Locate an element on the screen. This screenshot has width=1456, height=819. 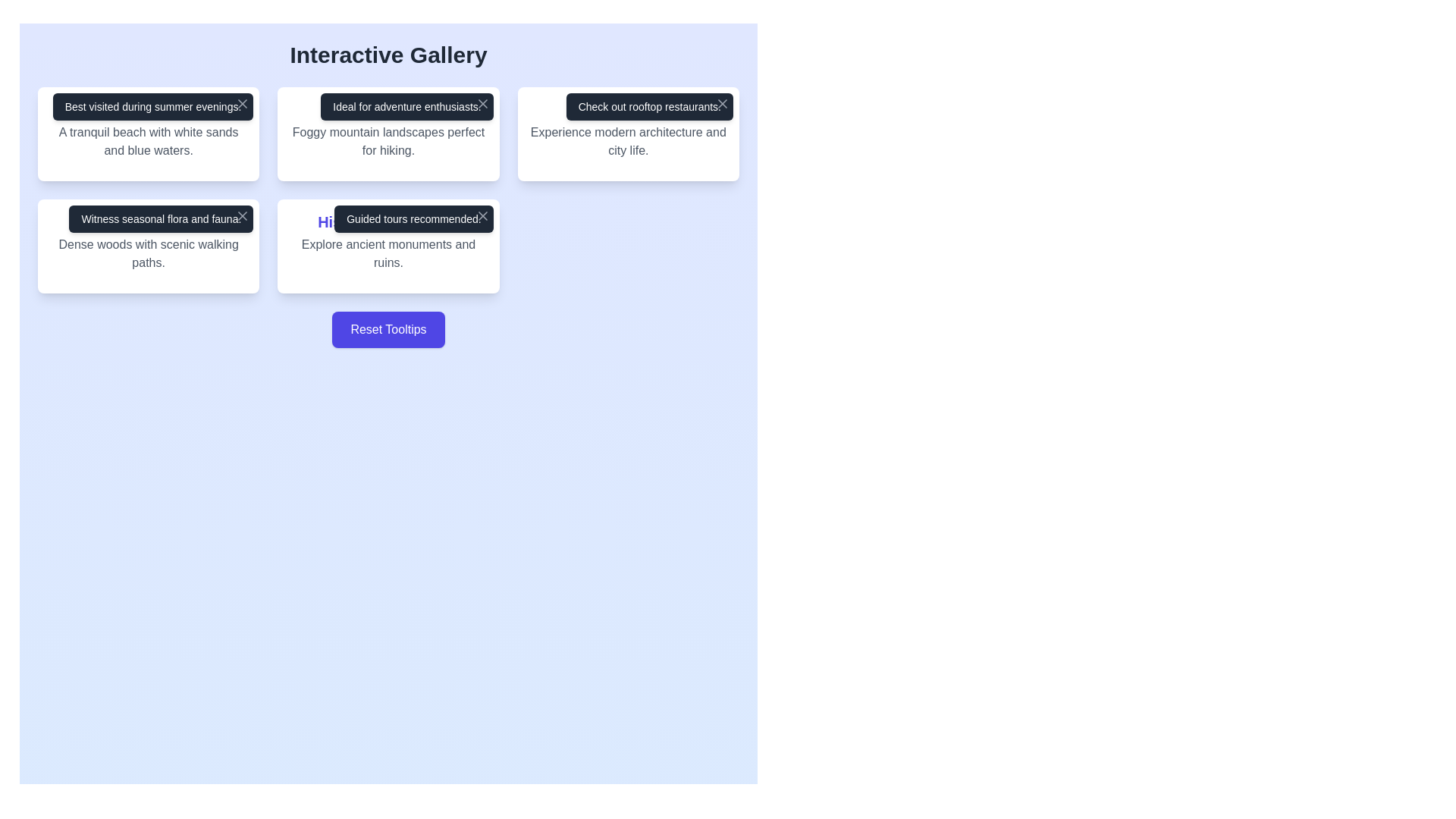
the close button located at the top-right corner of the tooltip displaying 'Check out rooftop restaurants.' is located at coordinates (722, 103).